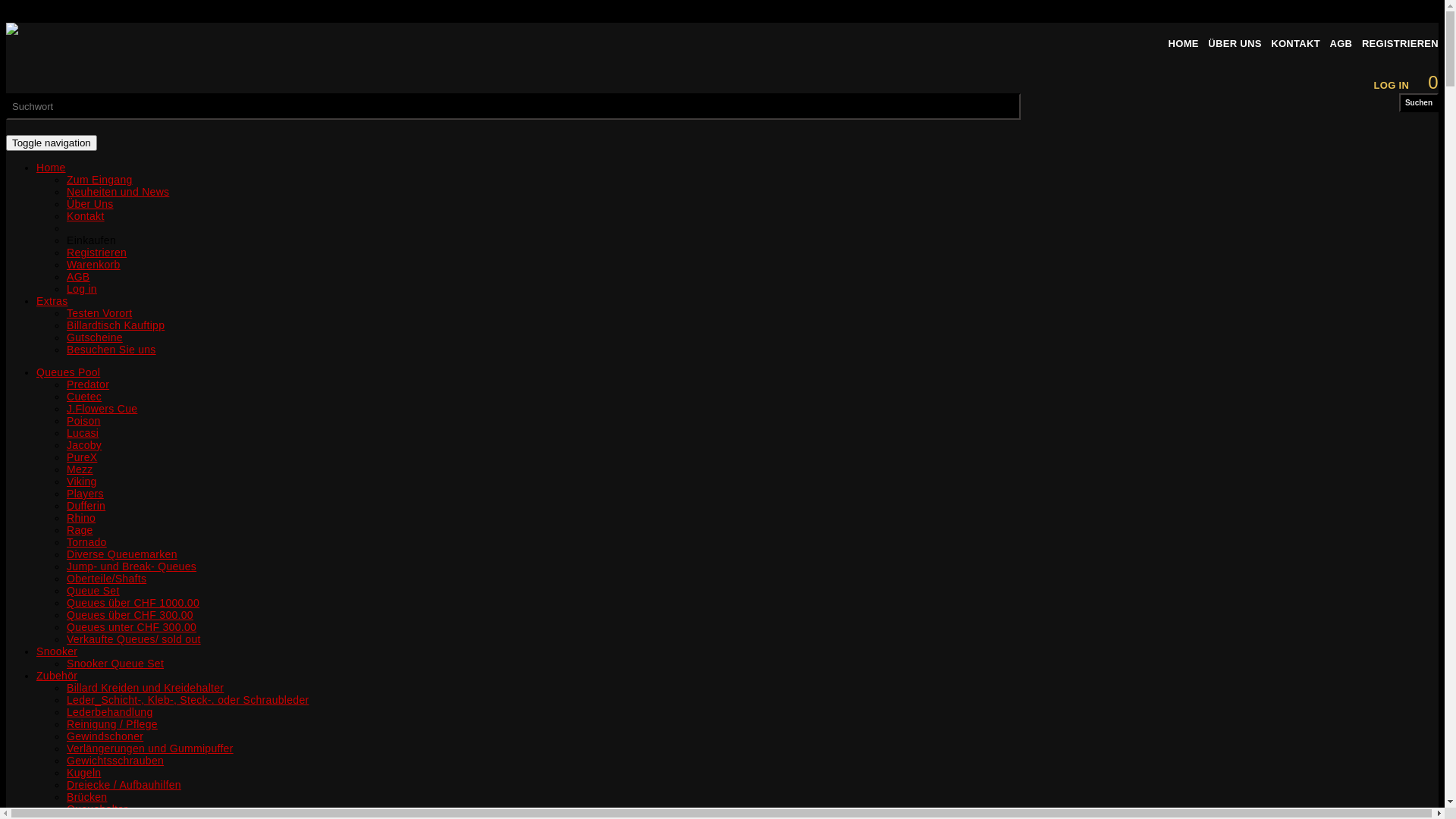 The height and width of the screenshot is (819, 1456). I want to click on 'Tornado', so click(86, 541).